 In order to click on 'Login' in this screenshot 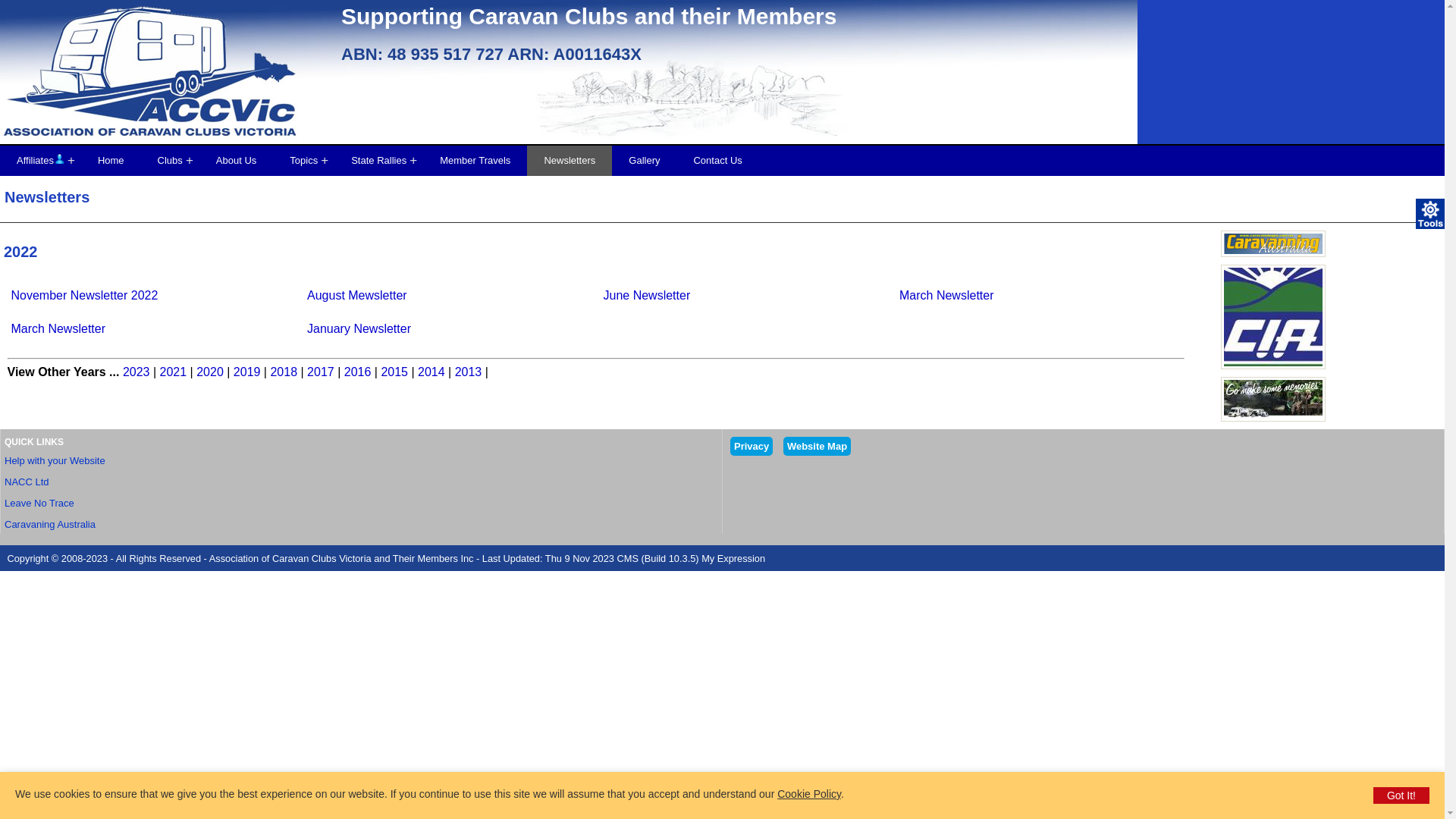, I will do `click(58, 158)`.